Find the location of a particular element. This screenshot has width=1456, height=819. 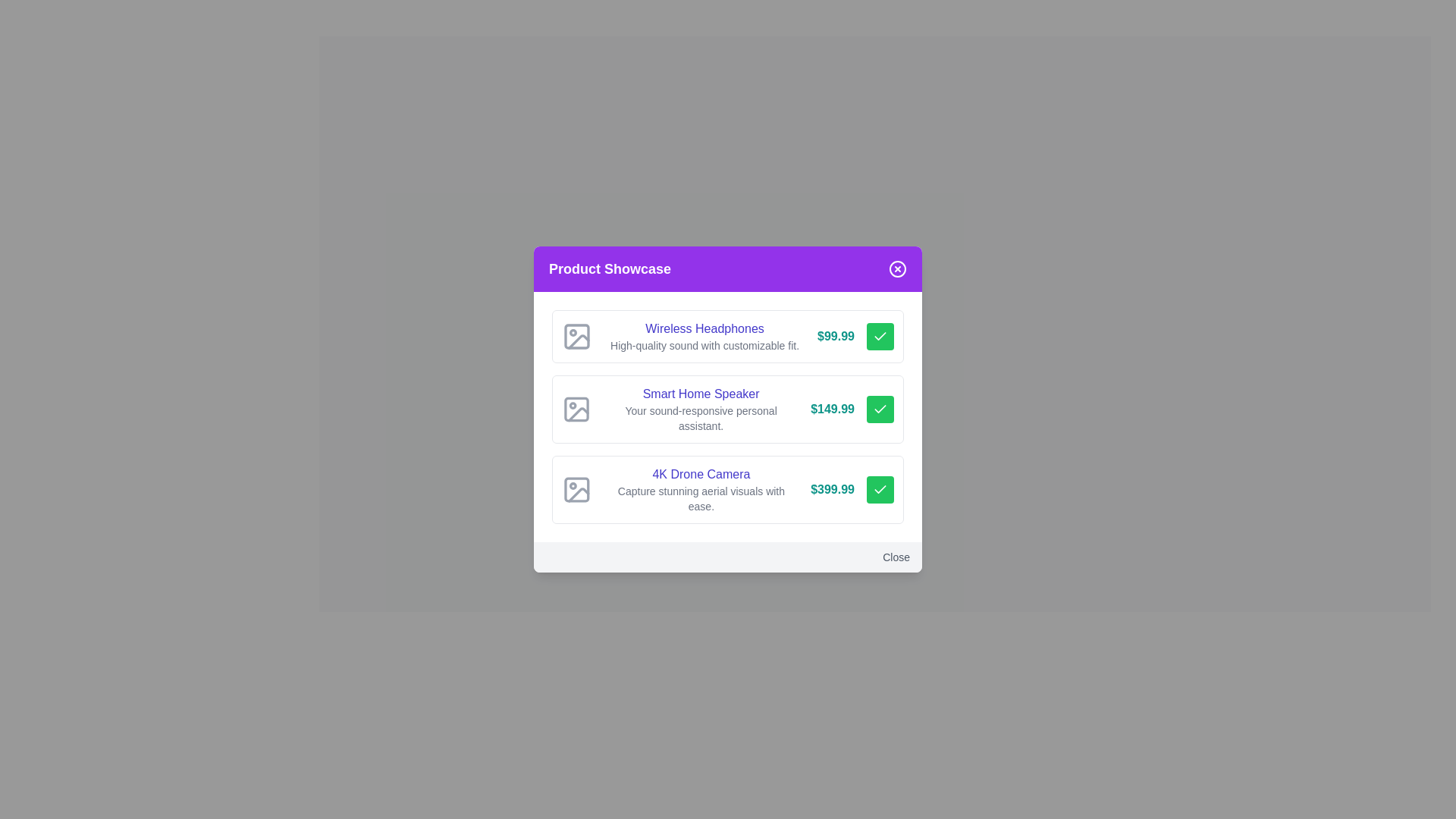

the interactive button with the icon associated with the 'Smart Home Speaker' is located at coordinates (880, 409).